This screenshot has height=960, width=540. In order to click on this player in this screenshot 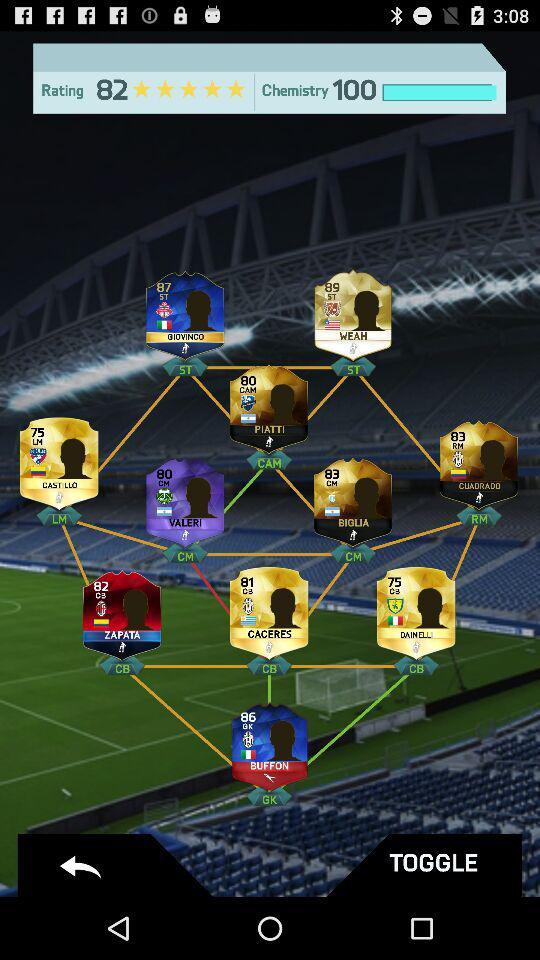, I will do `click(269, 403)`.